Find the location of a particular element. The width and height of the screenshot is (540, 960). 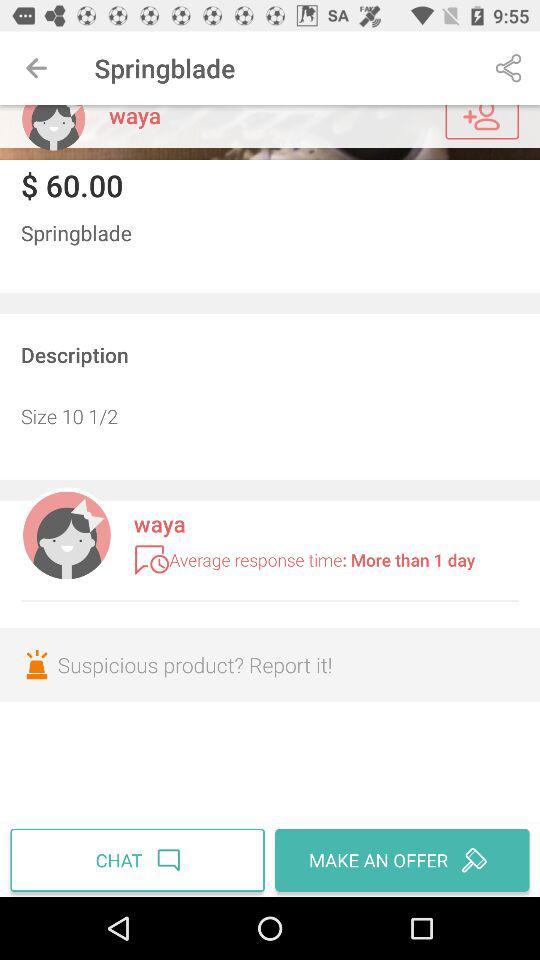

the chat icon is located at coordinates (139, 859).